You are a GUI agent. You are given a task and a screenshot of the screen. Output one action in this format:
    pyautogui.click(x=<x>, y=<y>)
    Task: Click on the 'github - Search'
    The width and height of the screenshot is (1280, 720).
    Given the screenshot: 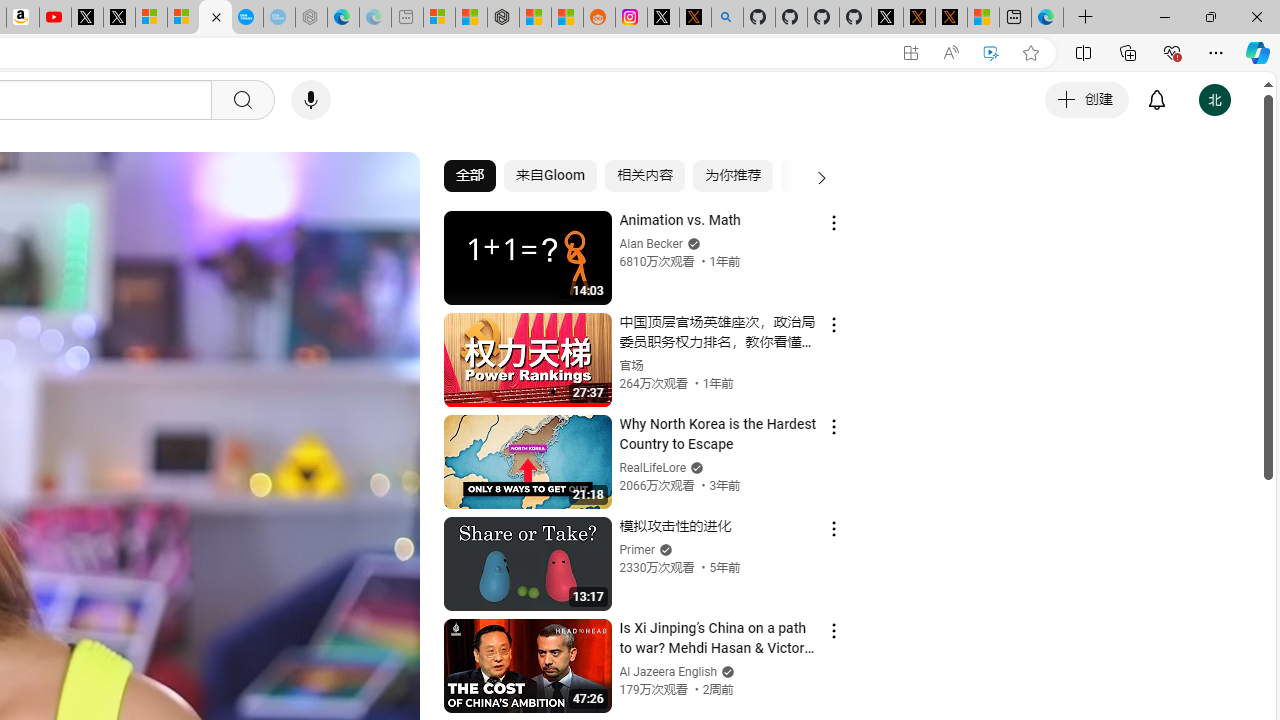 What is the action you would take?
    pyautogui.click(x=726, y=17)
    